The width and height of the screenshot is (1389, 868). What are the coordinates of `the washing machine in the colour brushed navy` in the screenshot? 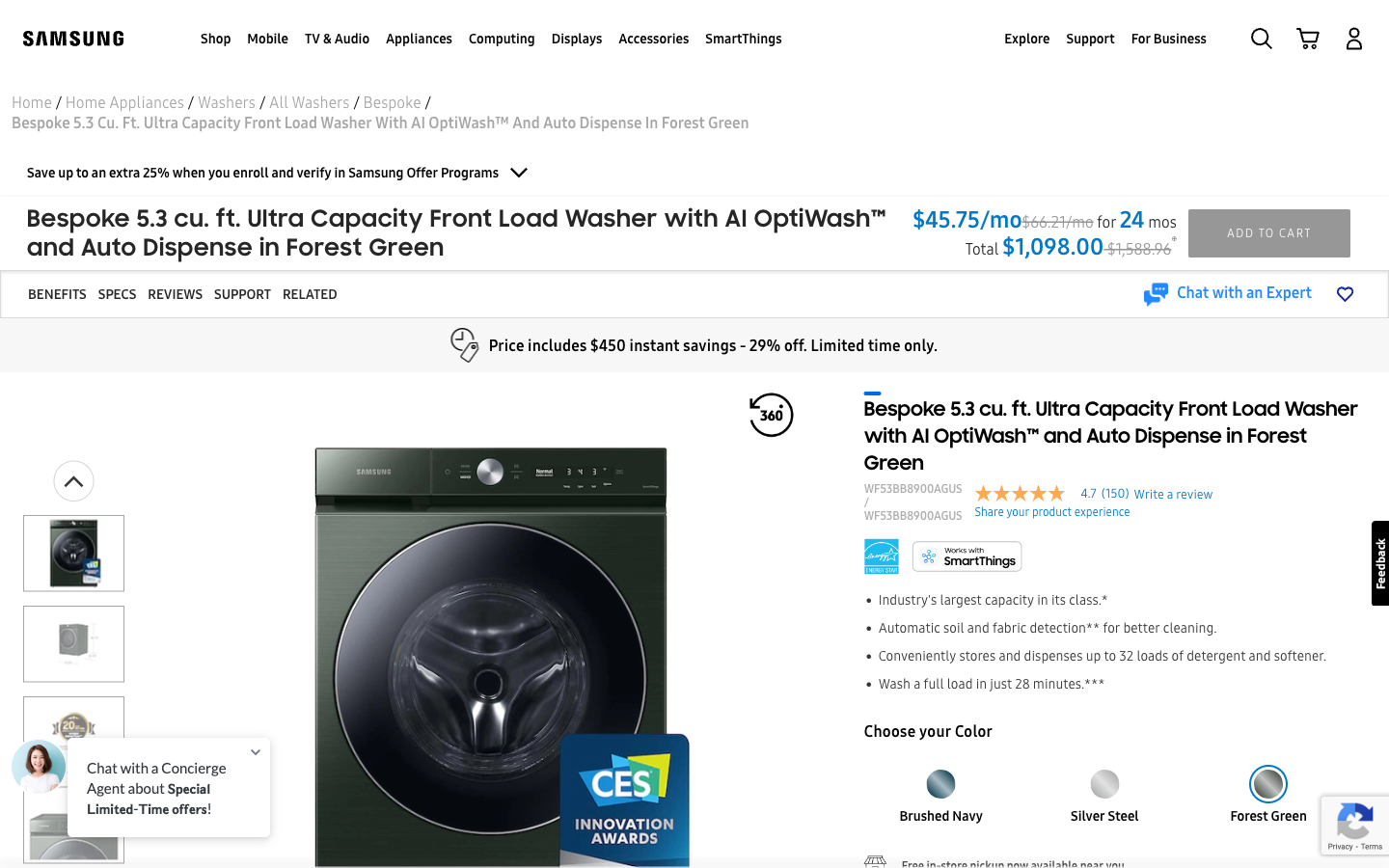 It's located at (940, 777).